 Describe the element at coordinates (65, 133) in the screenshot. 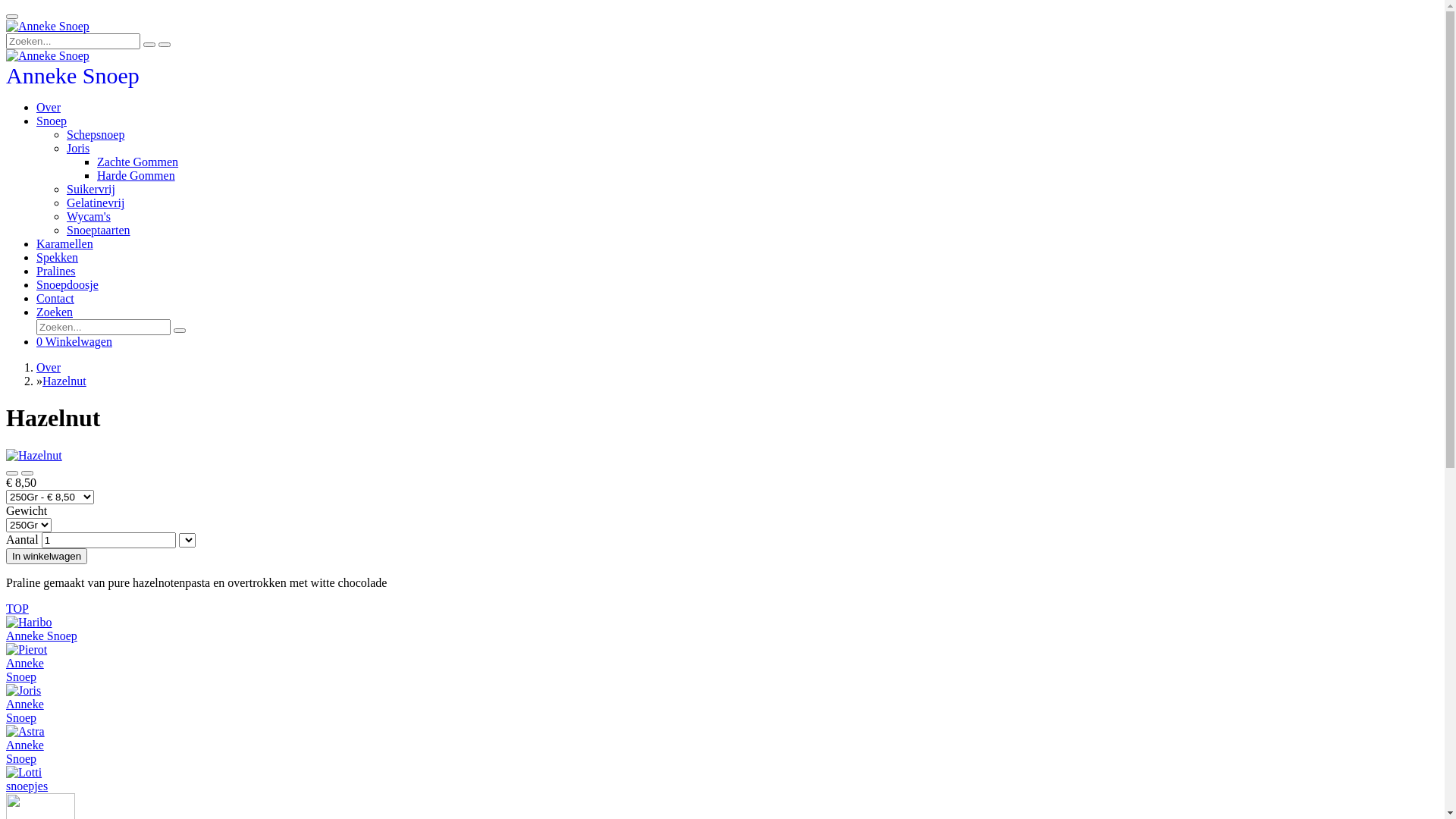

I see `'Schepsnoep'` at that location.